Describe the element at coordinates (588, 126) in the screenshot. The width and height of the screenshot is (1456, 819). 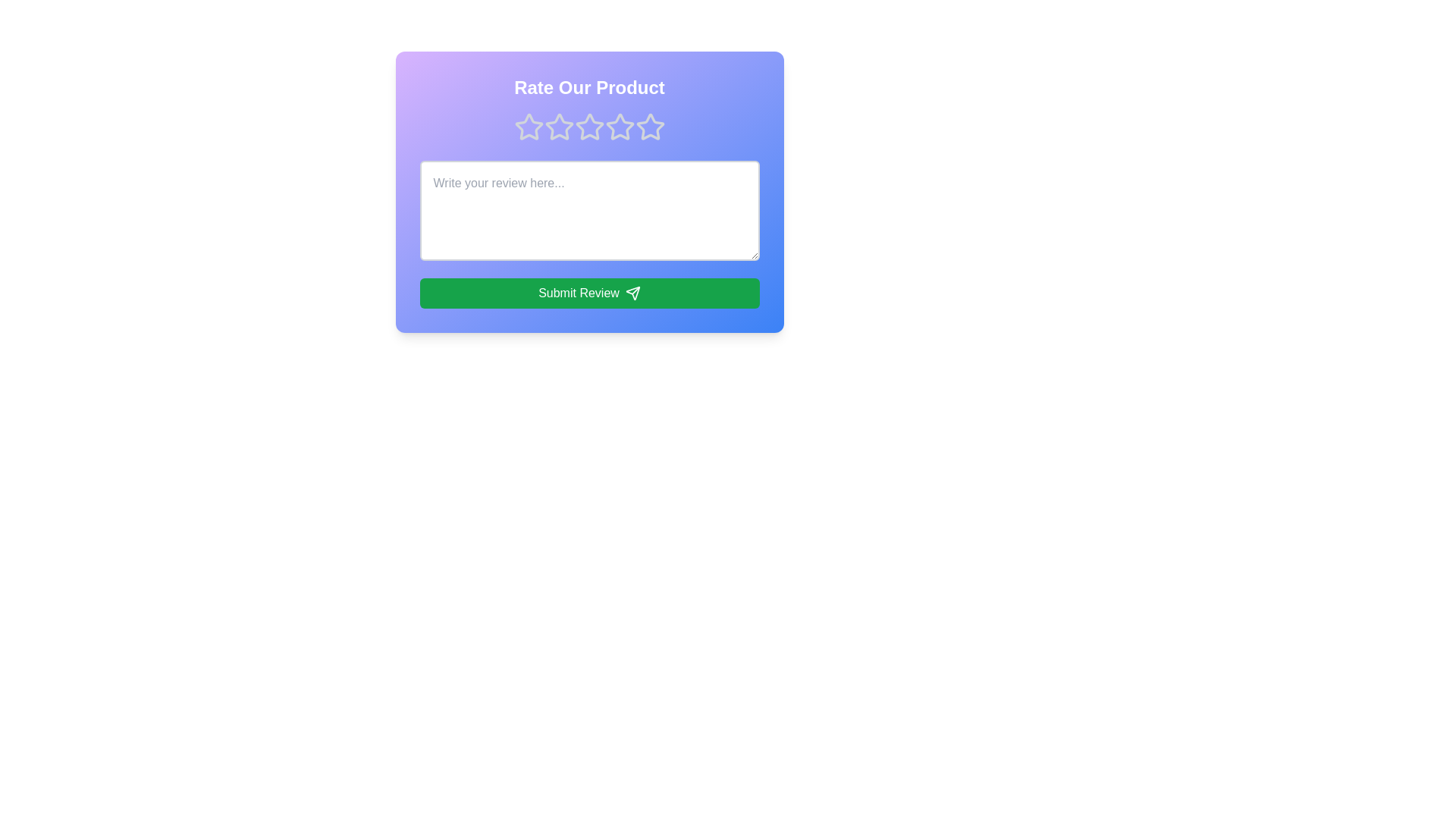
I see `the second star-shaped icon in the rating row beneath the 'Rate Our Product' header` at that location.